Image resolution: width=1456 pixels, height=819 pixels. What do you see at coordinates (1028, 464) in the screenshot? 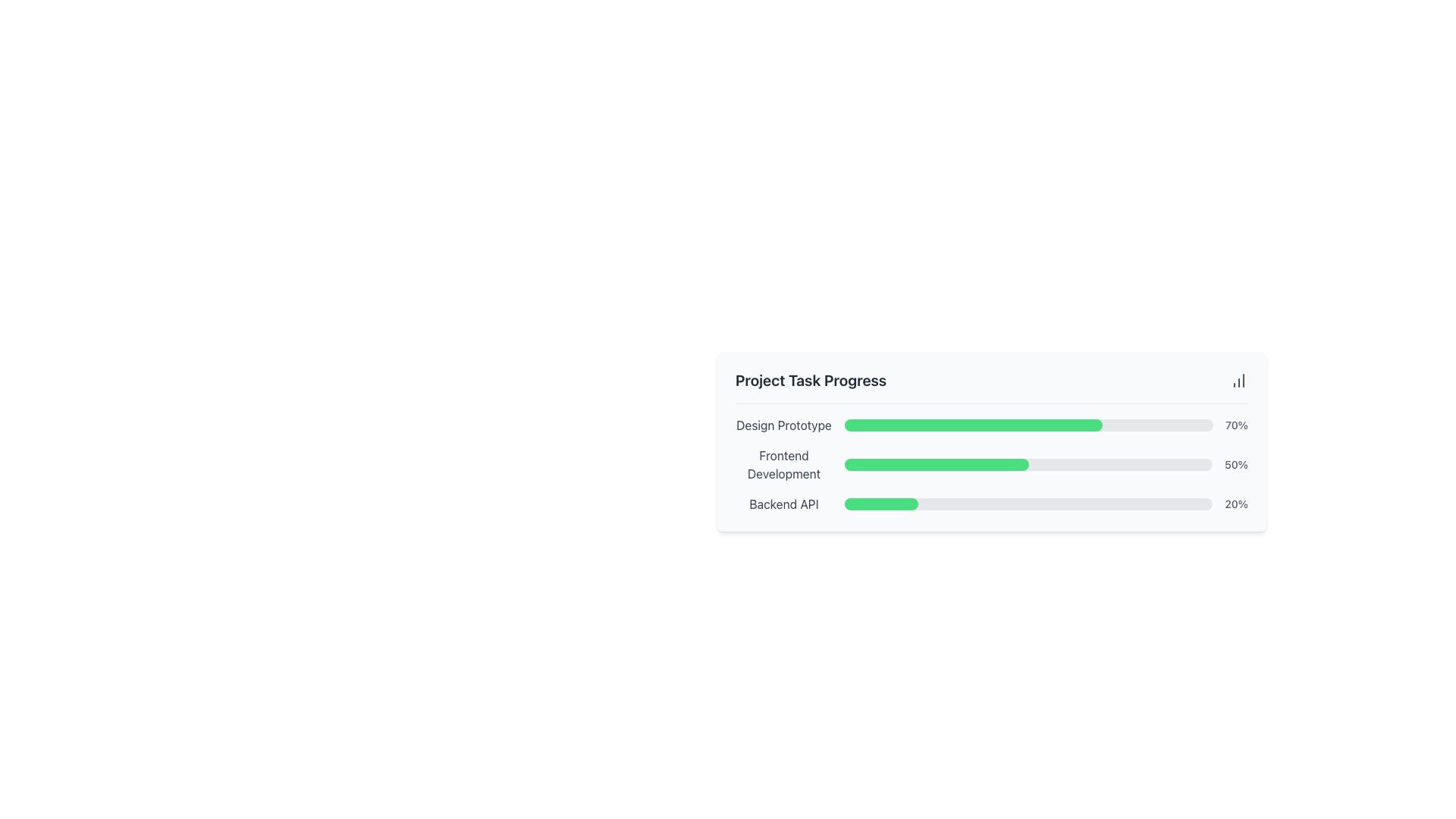
I see `progress bar indicating 50% completion for 'Frontend Development' tasks, located in the 'Project Task Progress' section` at bounding box center [1028, 464].